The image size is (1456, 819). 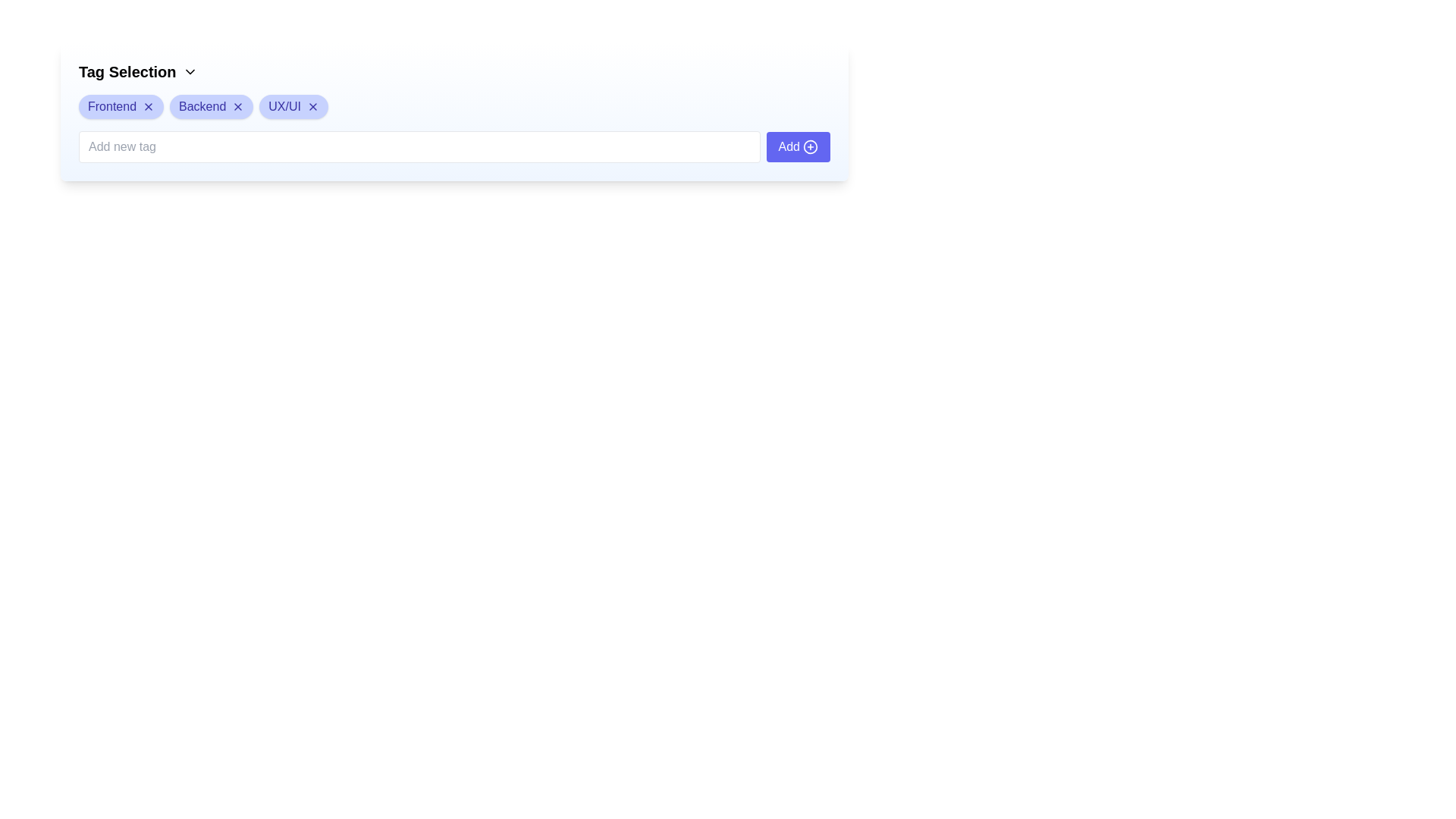 What do you see at coordinates (284, 106) in the screenshot?
I see `the 'UX/UI' text label which is styled with a bold, purple font and located within a rounded, light purple tag-like component` at bounding box center [284, 106].